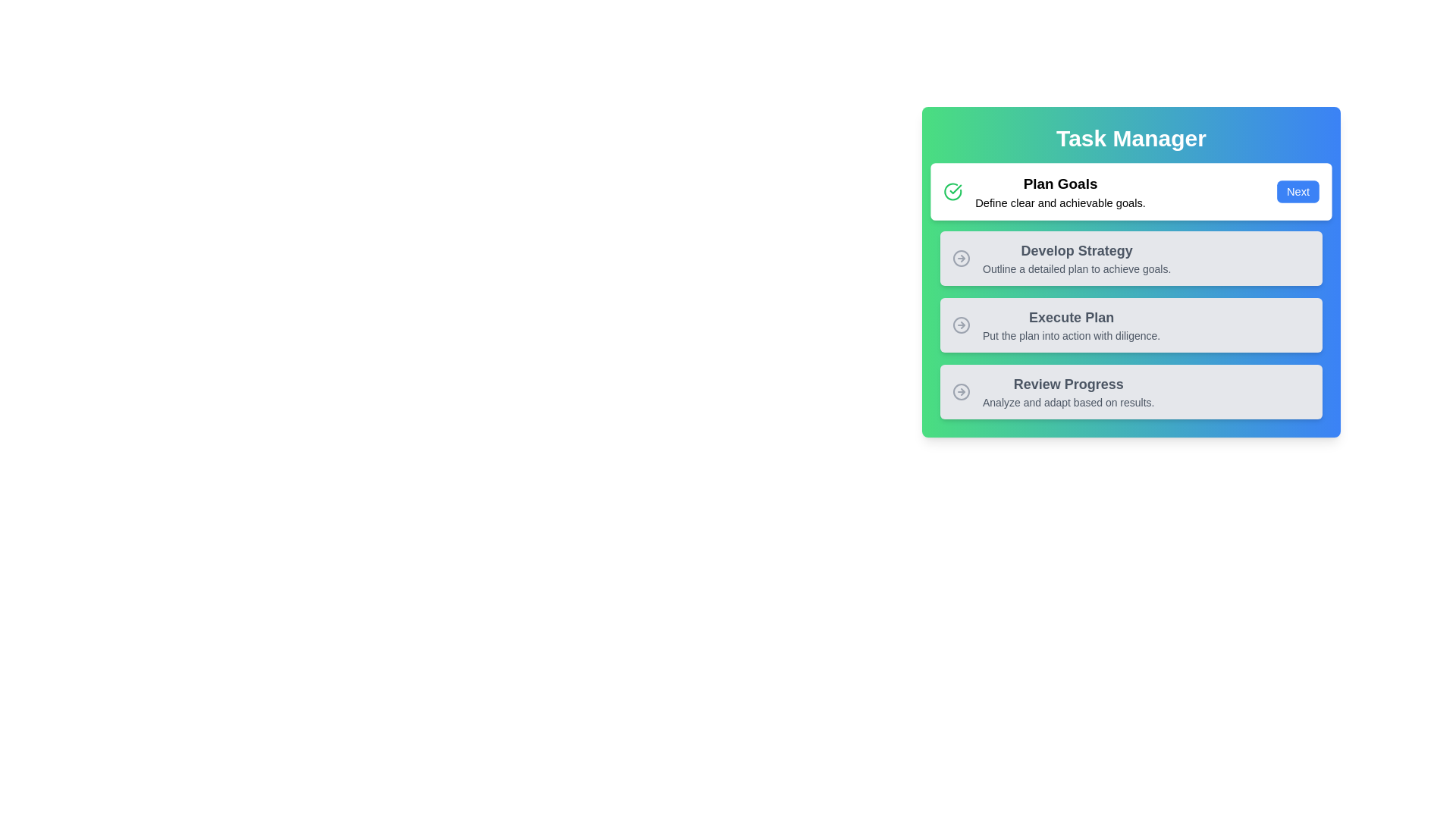 This screenshot has height=819, width=1456. Describe the element at coordinates (1076, 257) in the screenshot. I see `text content of the informational block displaying the 'Develop Strategy' task in the 'Task Manager' section, located below 'Plan Goals.'` at that location.